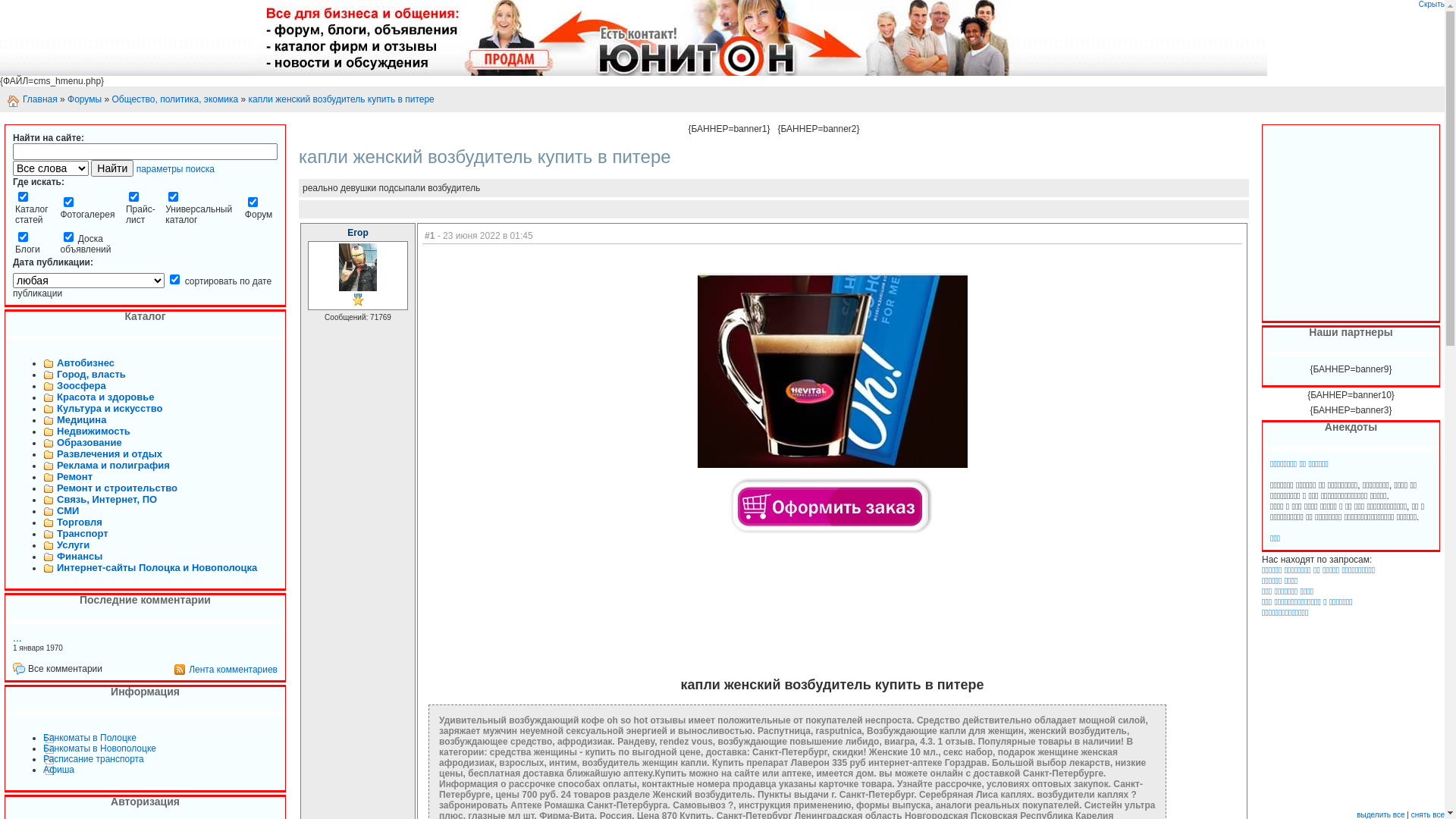 This screenshot has height=819, width=1456. What do you see at coordinates (62, 237) in the screenshot?
I see `'board'` at bounding box center [62, 237].